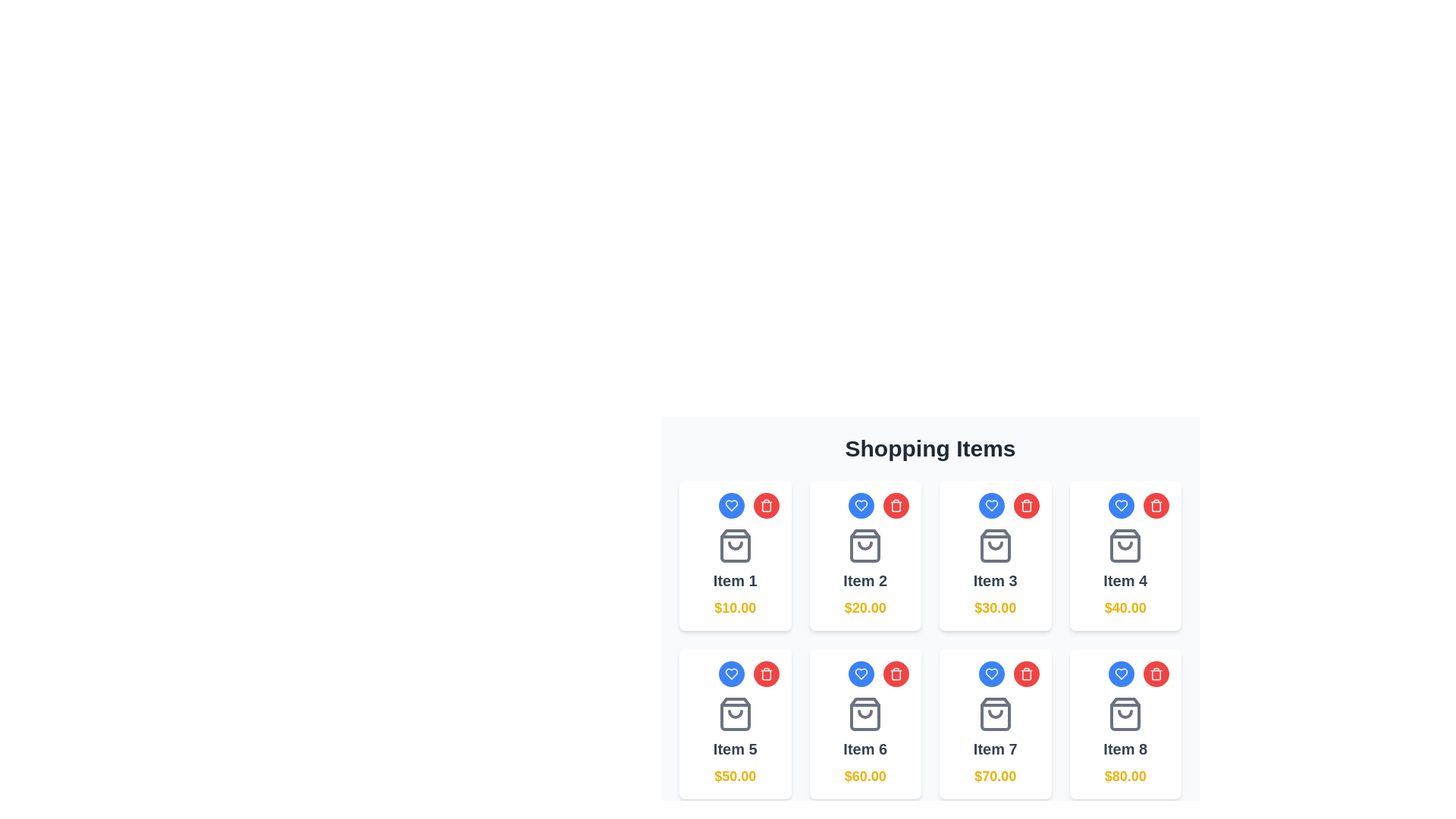  Describe the element at coordinates (865, 741) in the screenshot. I see `the text block displaying the name and price of a shopping item, which is the sixth entry in a grid layout under 'Shopping Items'` at that location.